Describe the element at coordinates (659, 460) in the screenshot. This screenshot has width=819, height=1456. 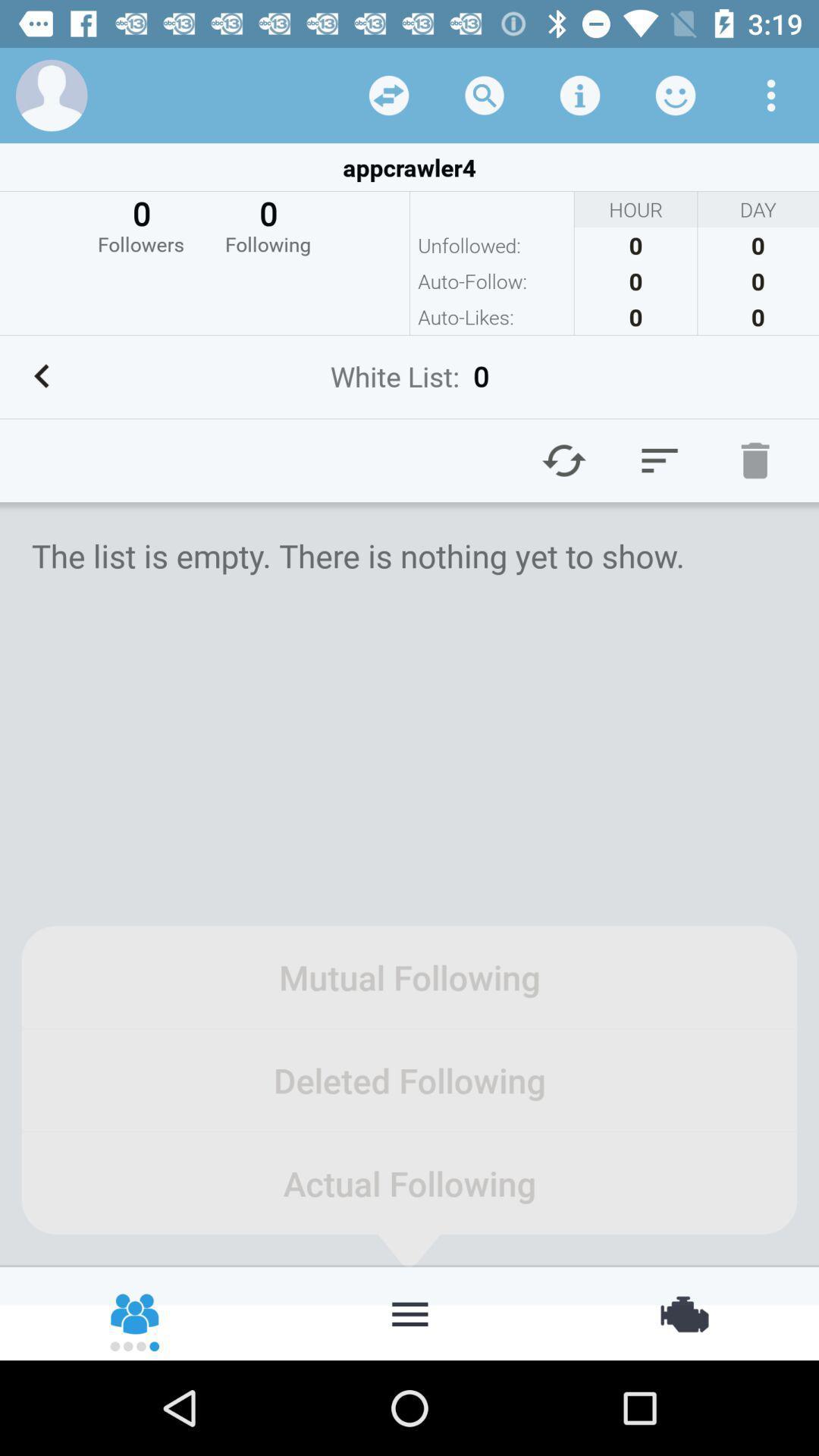
I see `menu icon` at that location.